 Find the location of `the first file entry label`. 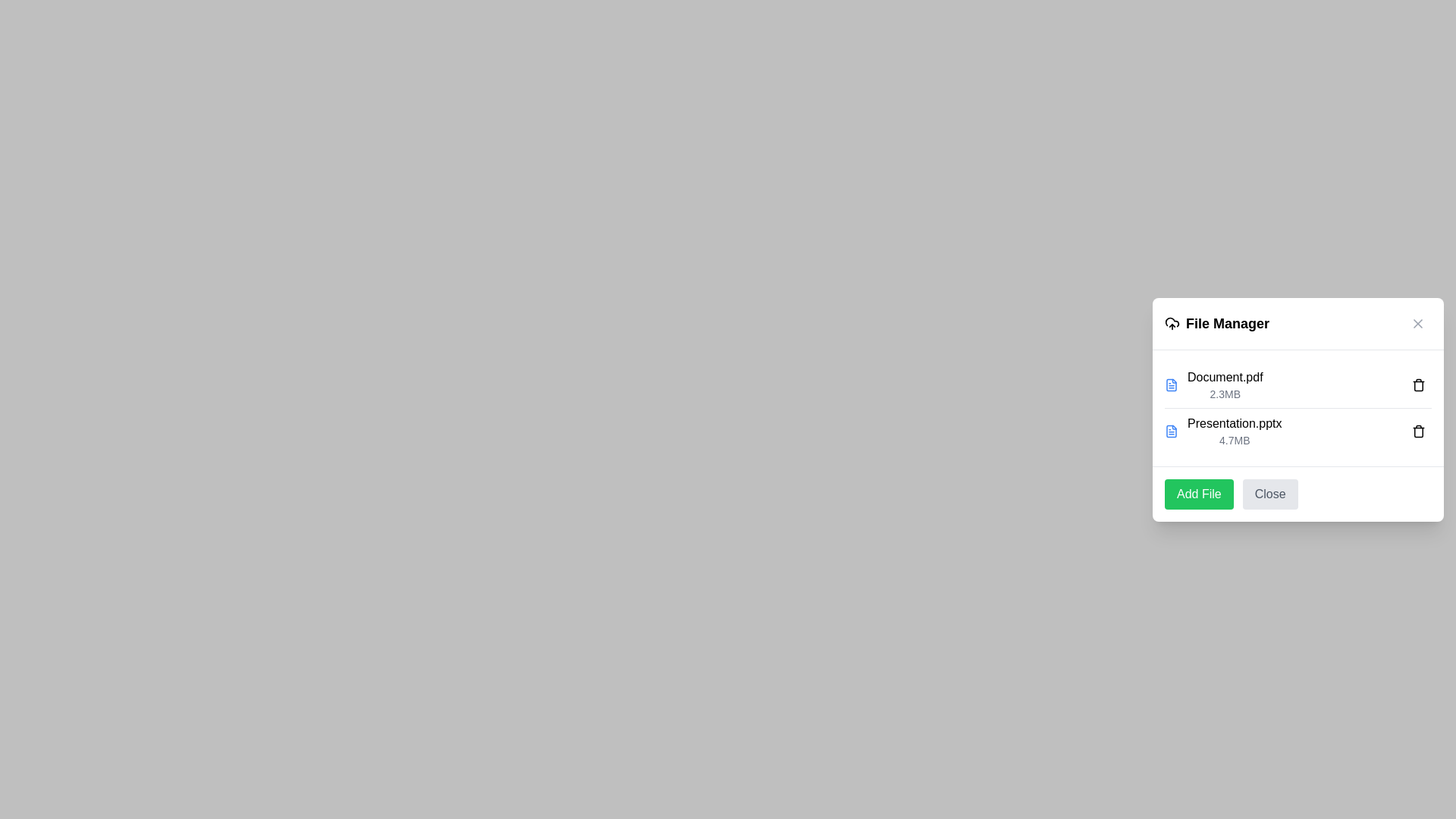

the first file entry label is located at coordinates (1225, 384).